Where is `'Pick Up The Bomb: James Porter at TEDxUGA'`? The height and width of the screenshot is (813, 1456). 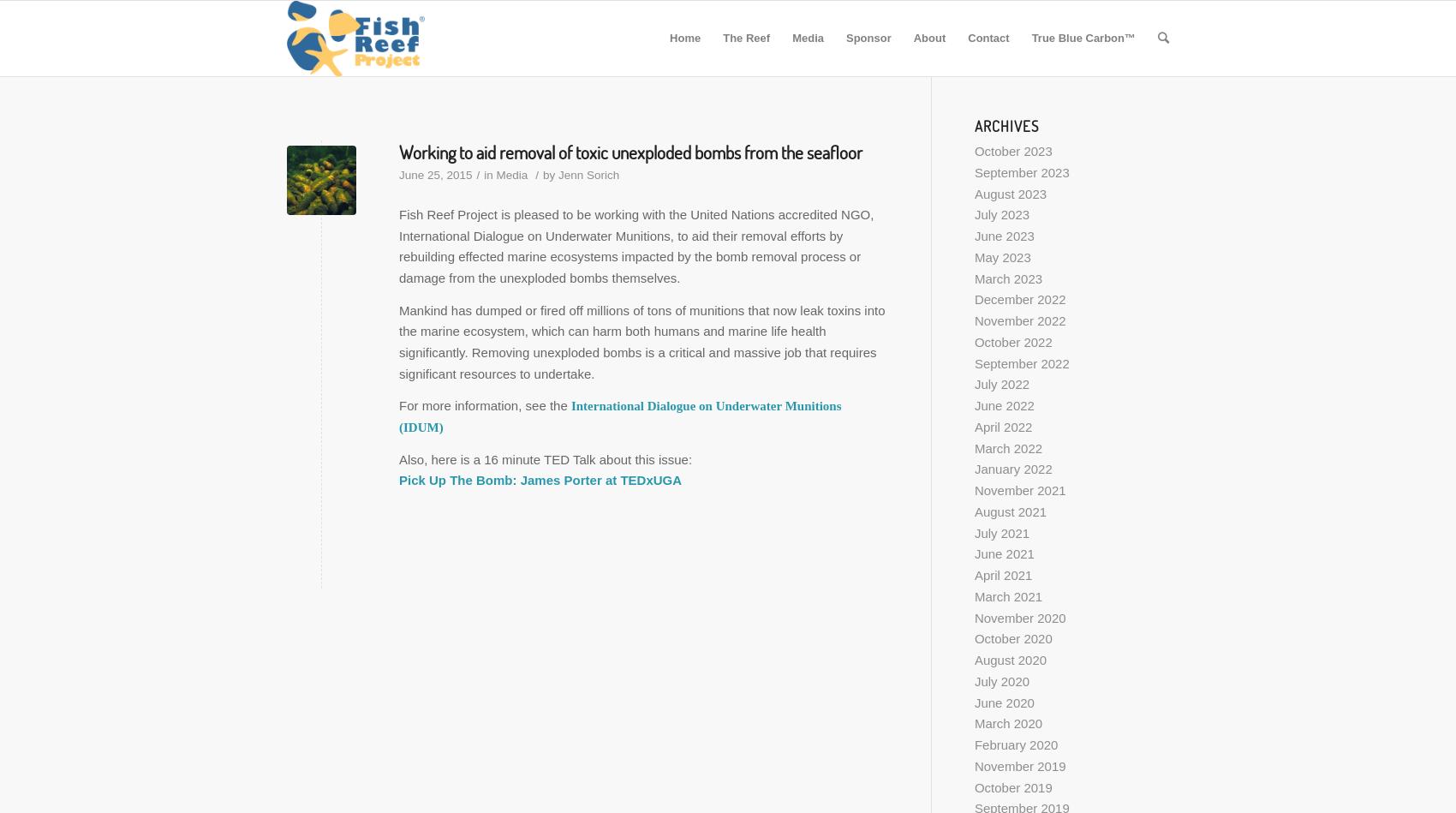
'Pick Up The Bomb: James Porter at TEDxUGA' is located at coordinates (540, 479).